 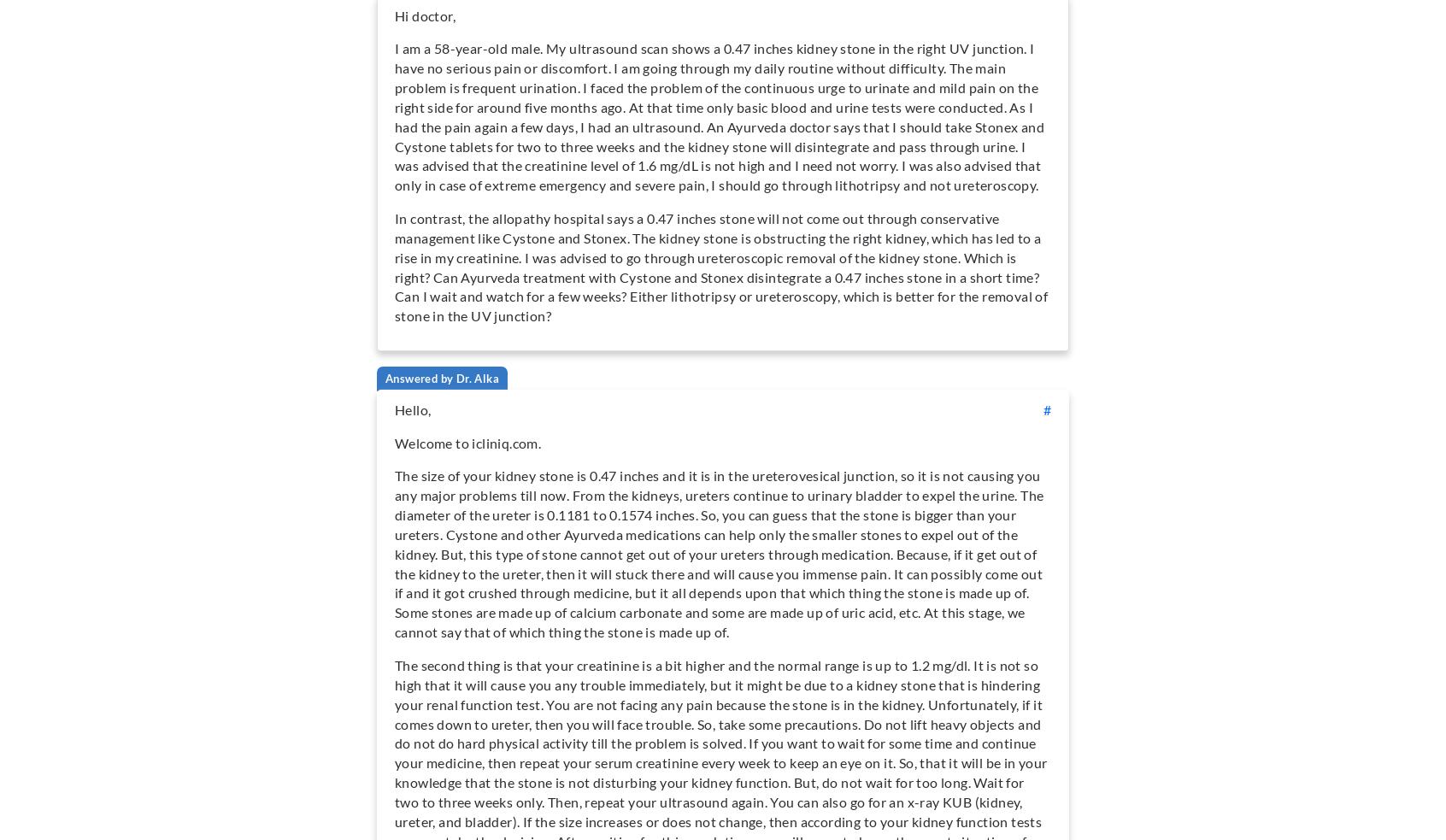 I want to click on 'Contact', so click(x=516, y=168).